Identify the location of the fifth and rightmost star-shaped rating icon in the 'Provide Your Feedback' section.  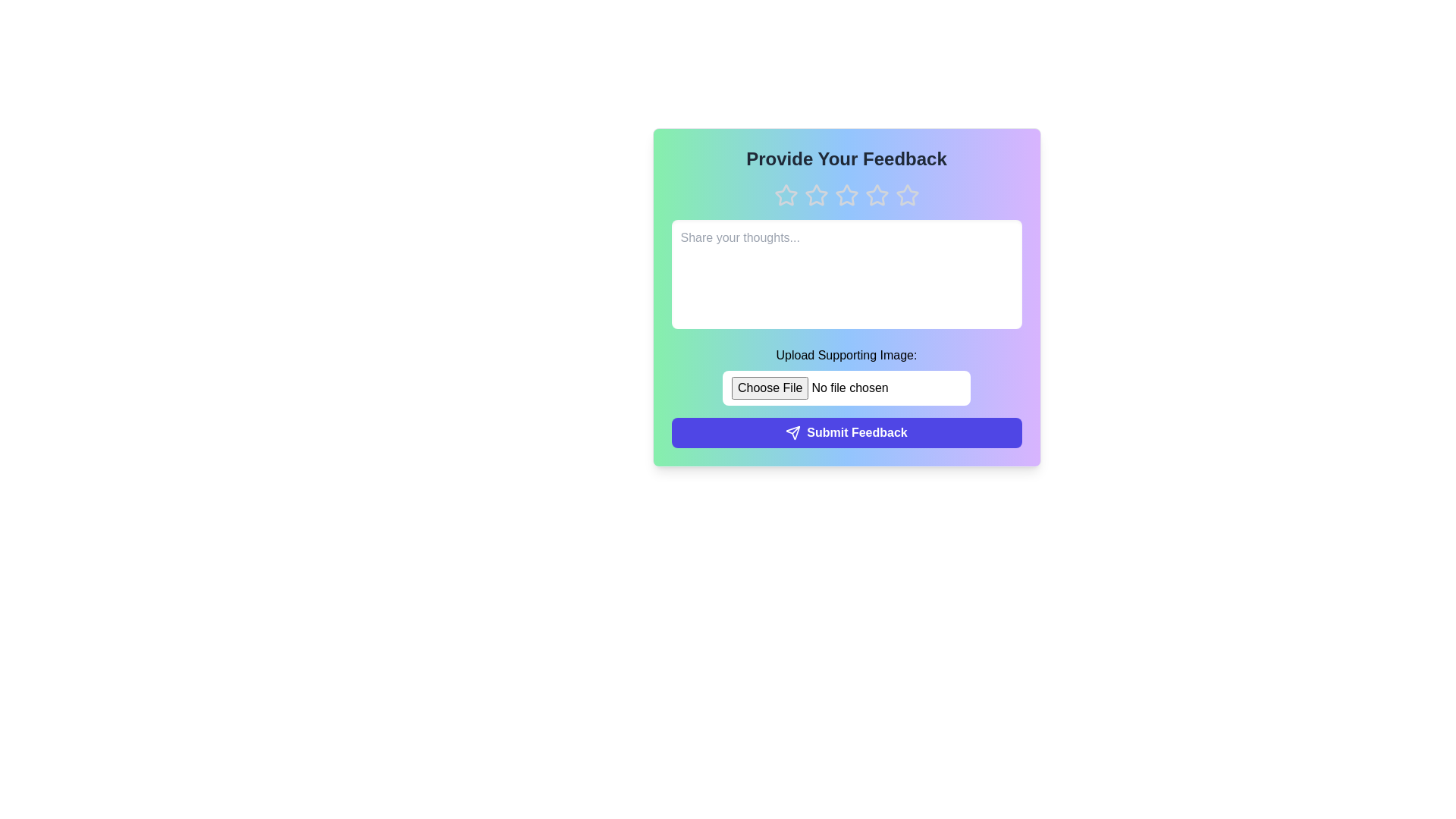
(907, 195).